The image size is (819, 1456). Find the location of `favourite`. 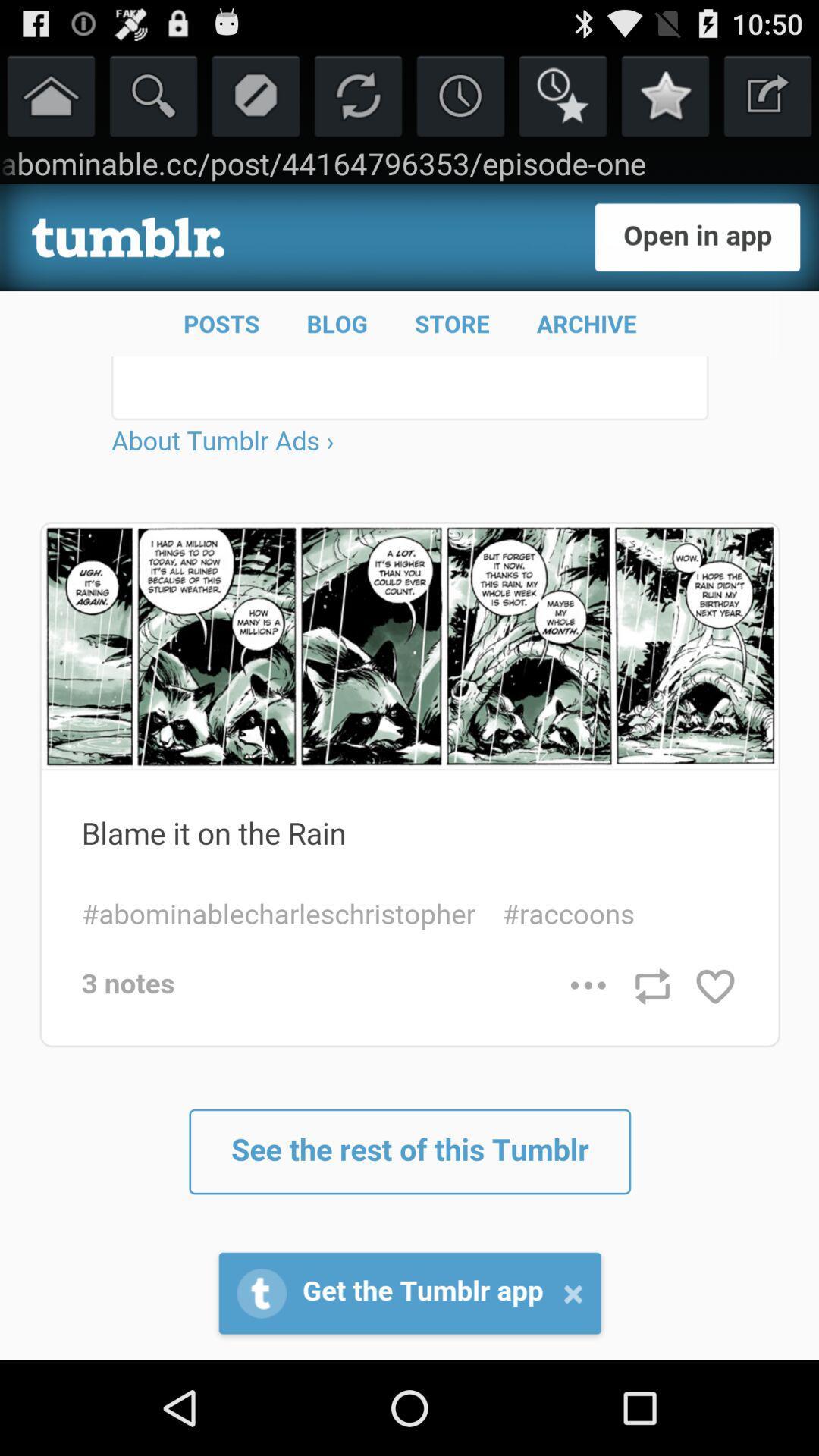

favourite is located at coordinates (563, 94).